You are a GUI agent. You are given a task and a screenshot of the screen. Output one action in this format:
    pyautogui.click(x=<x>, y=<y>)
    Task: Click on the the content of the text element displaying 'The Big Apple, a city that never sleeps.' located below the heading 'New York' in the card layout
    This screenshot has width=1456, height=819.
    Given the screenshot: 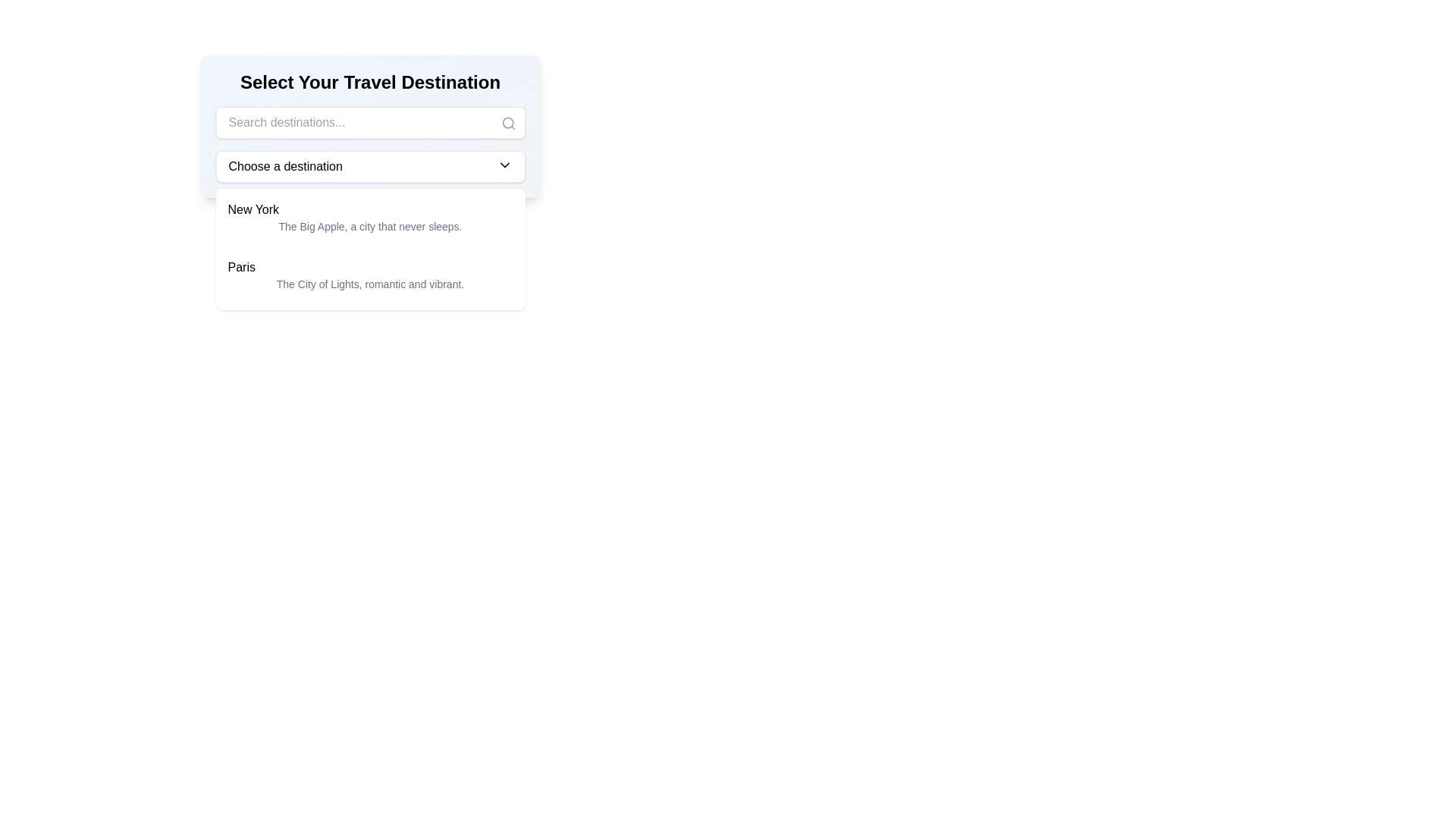 What is the action you would take?
    pyautogui.click(x=370, y=227)
    